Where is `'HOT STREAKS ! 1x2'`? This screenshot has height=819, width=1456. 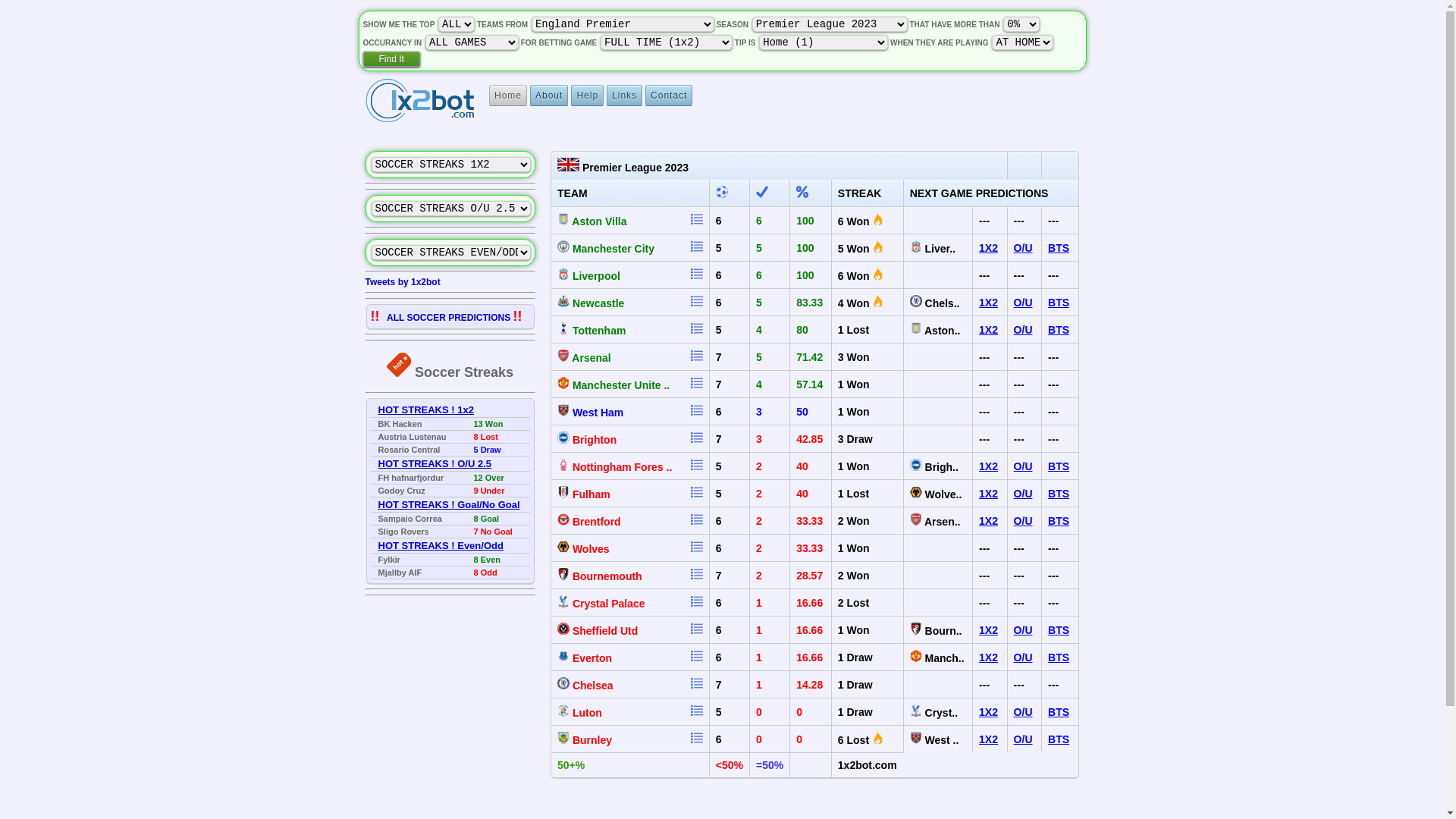
'HOT STREAKS ! 1x2' is located at coordinates (378, 409).